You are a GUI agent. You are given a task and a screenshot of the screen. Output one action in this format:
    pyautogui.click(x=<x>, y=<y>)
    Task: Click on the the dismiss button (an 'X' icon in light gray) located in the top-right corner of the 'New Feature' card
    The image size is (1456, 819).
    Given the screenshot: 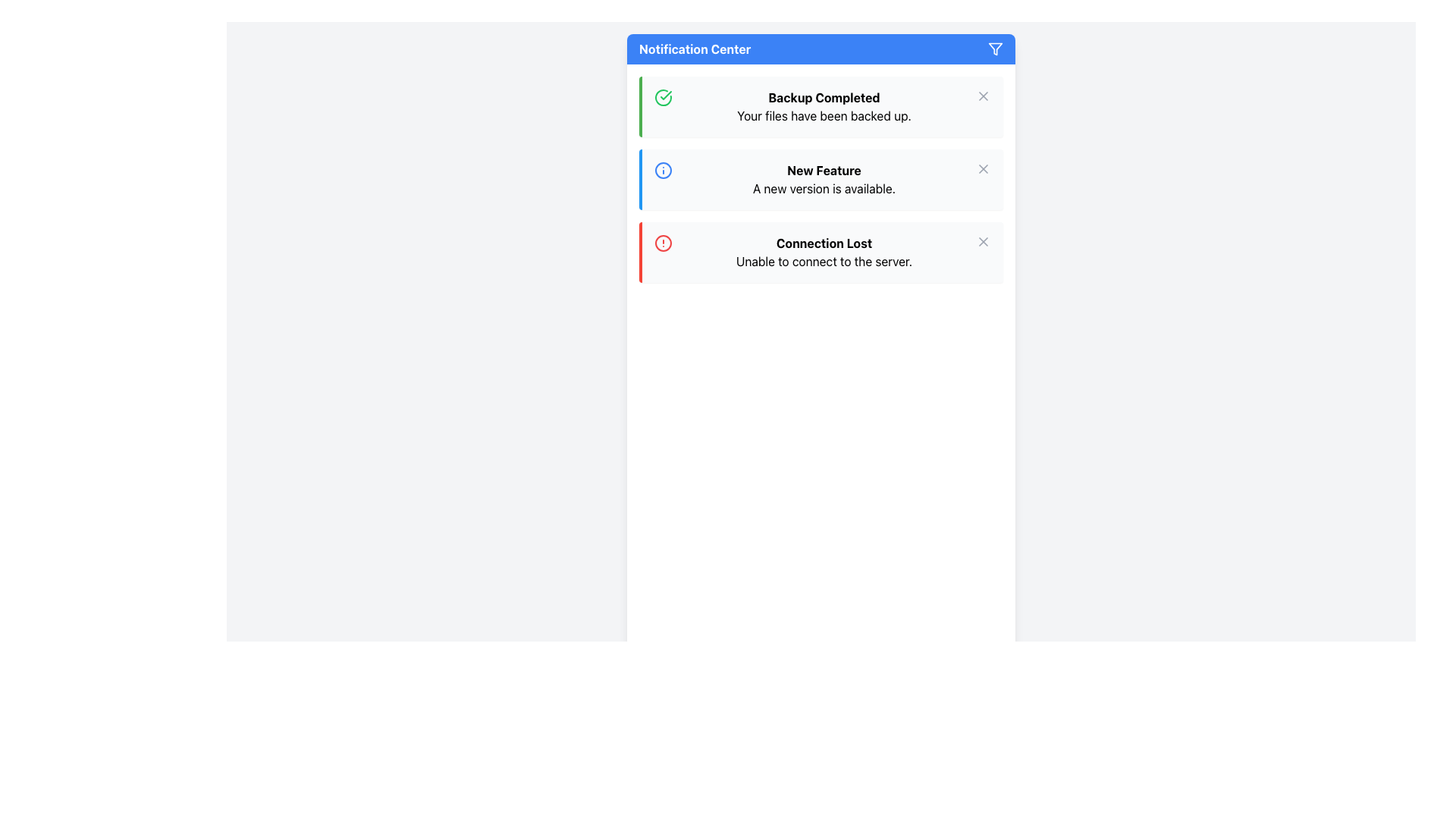 What is the action you would take?
    pyautogui.click(x=983, y=169)
    